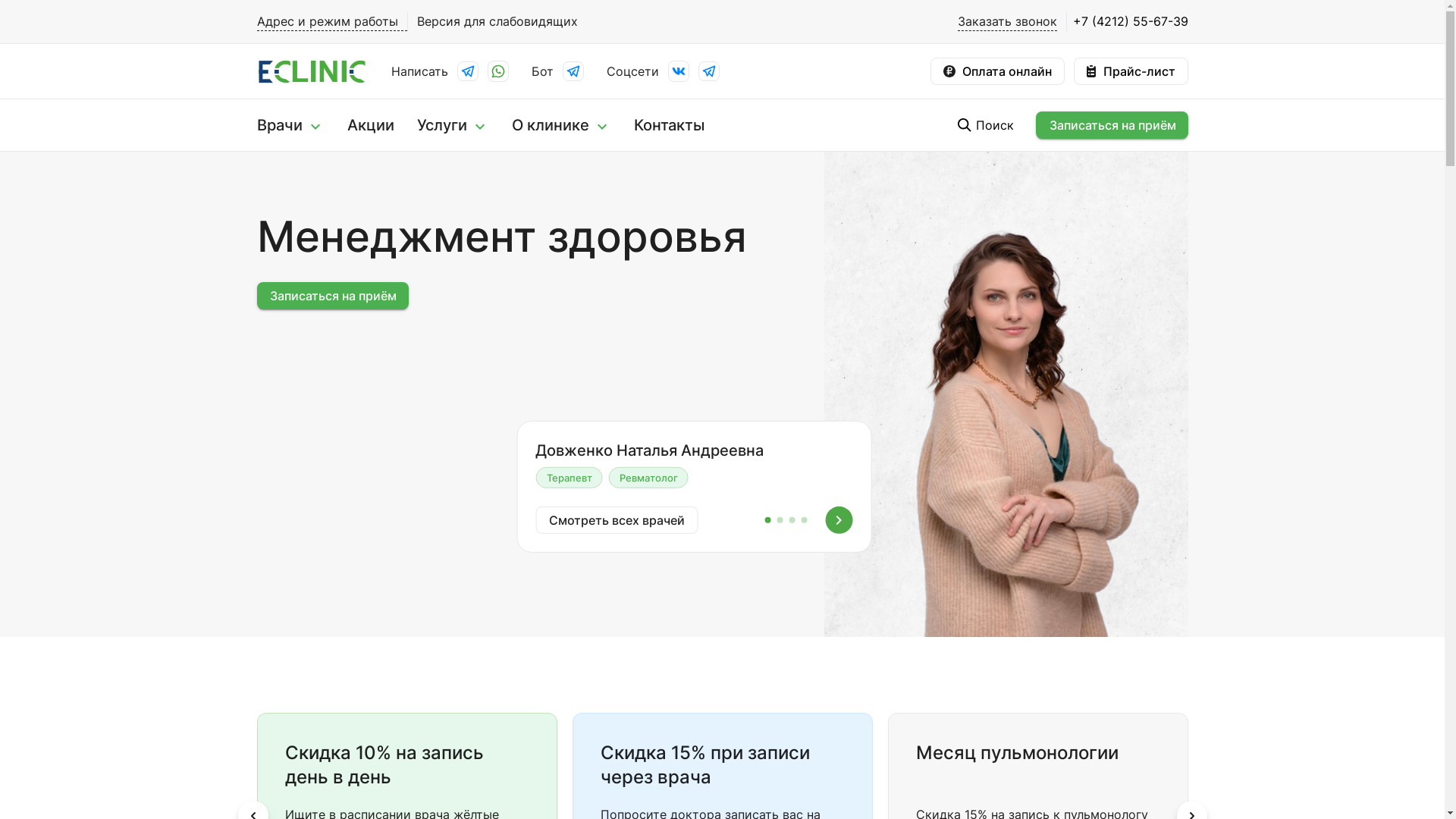 This screenshot has width=1456, height=819. What do you see at coordinates (1127, 21) in the screenshot?
I see `'+7 (4212) 55-67-39'` at bounding box center [1127, 21].